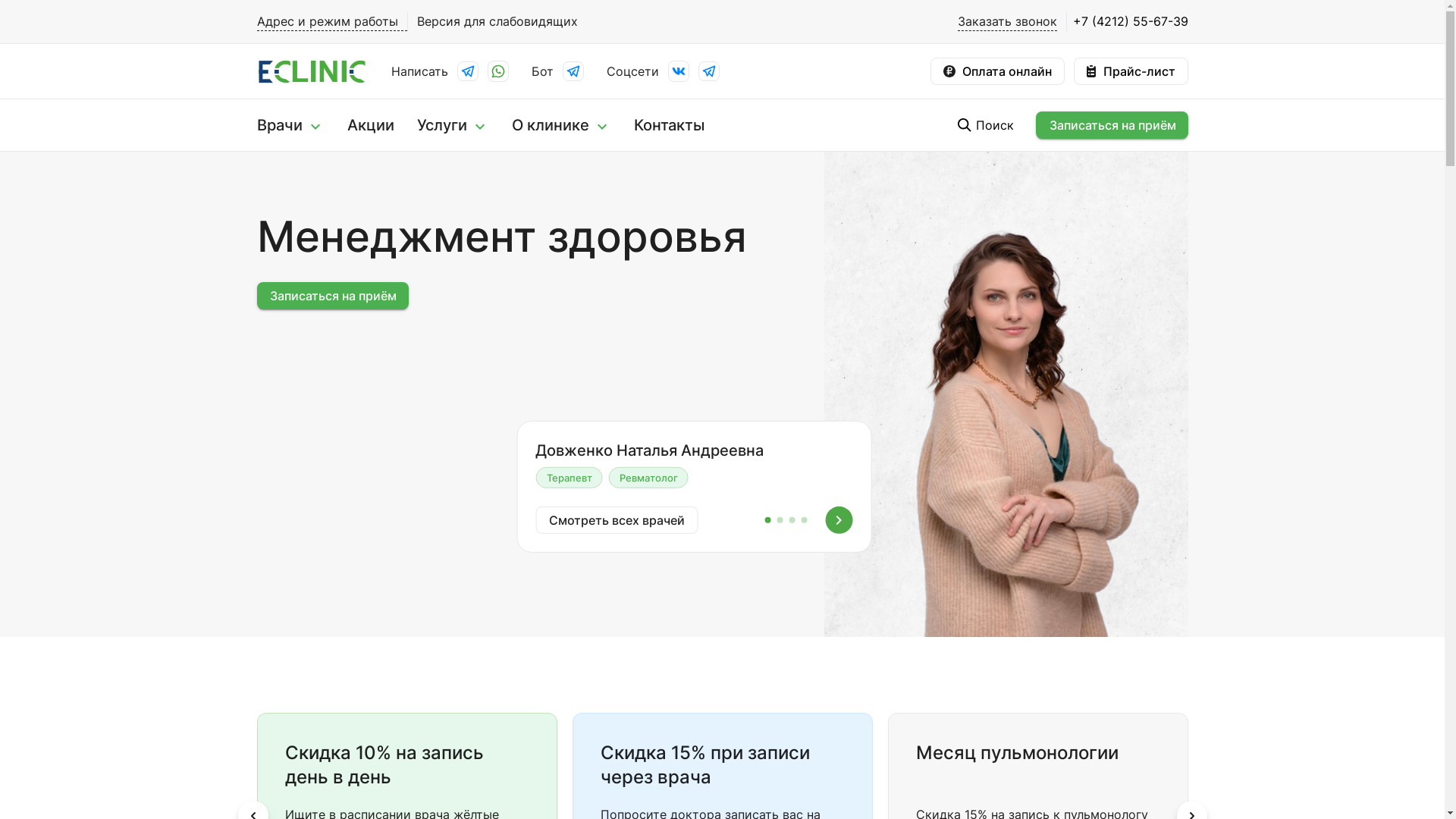 This screenshot has width=1456, height=819. What do you see at coordinates (1127, 21) in the screenshot?
I see `'+7 (4212) 55-67-39'` at bounding box center [1127, 21].